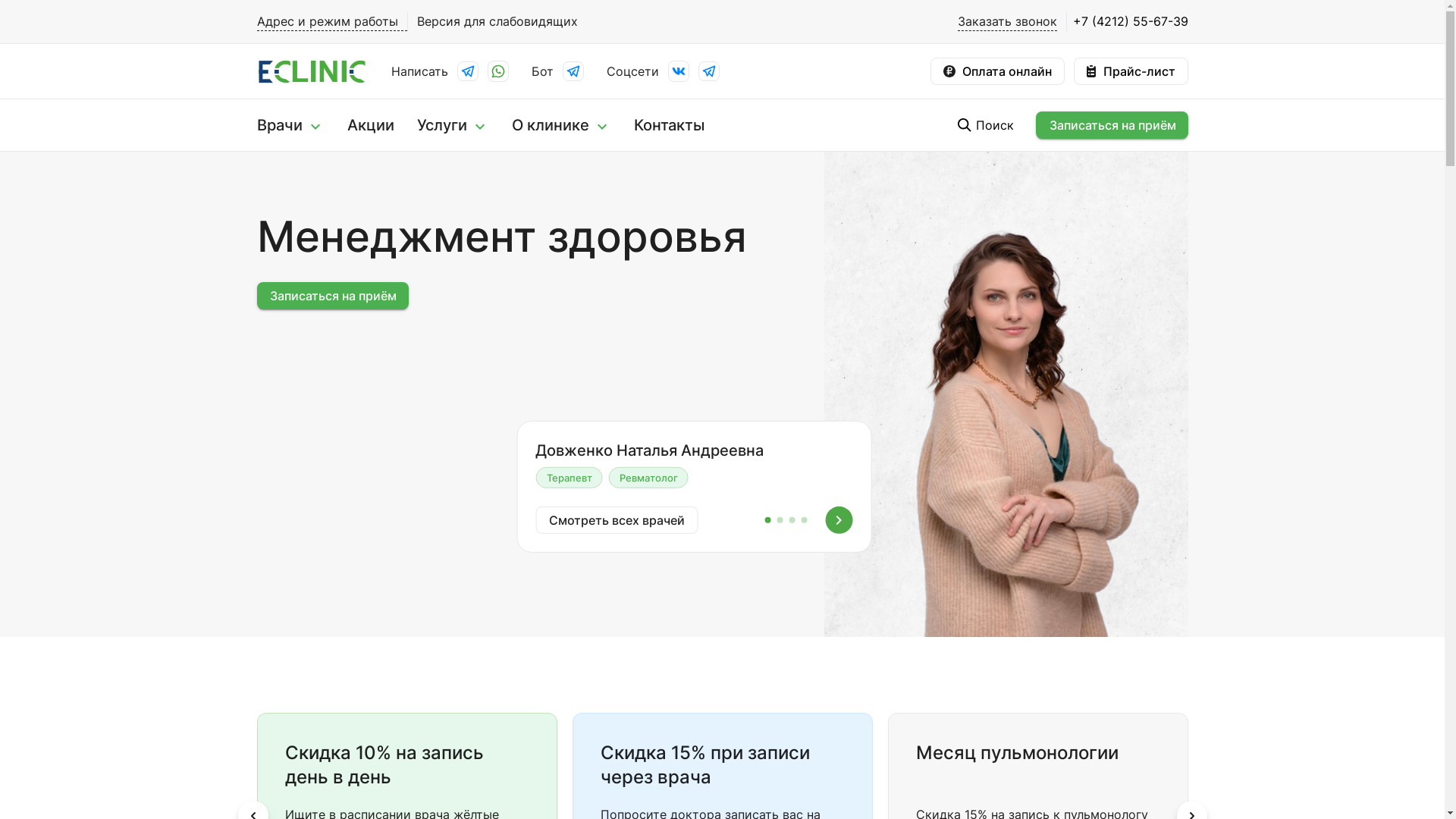 This screenshot has width=1456, height=819. What do you see at coordinates (1127, 21) in the screenshot?
I see `'+7 (4212) 55-67-39'` at bounding box center [1127, 21].